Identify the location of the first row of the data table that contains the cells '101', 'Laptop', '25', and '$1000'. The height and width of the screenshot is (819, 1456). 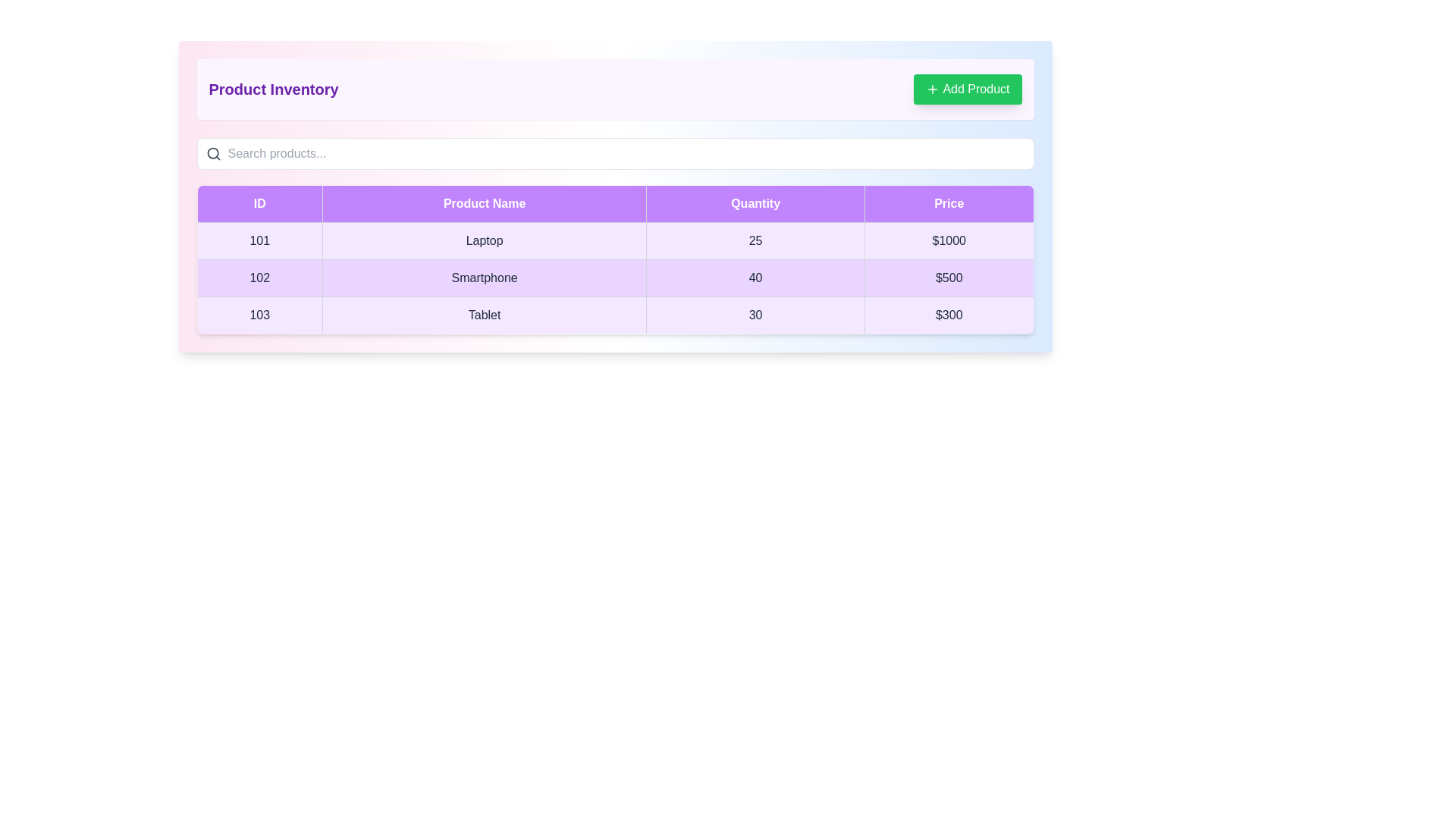
(615, 240).